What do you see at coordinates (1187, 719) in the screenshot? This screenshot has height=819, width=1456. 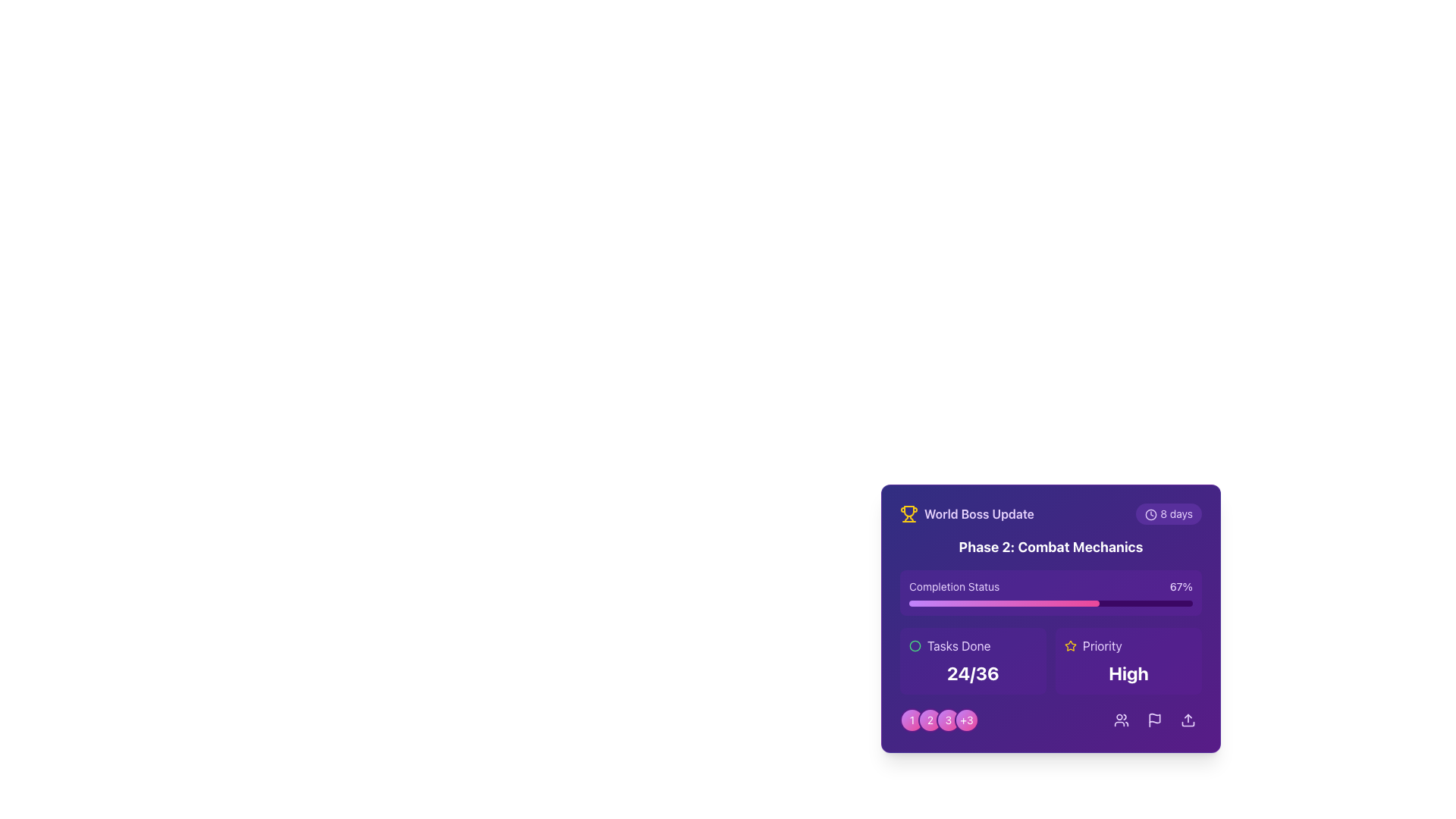 I see `the upload button located at the bottom-right corner of the card interface to initiate an upload action` at bounding box center [1187, 719].